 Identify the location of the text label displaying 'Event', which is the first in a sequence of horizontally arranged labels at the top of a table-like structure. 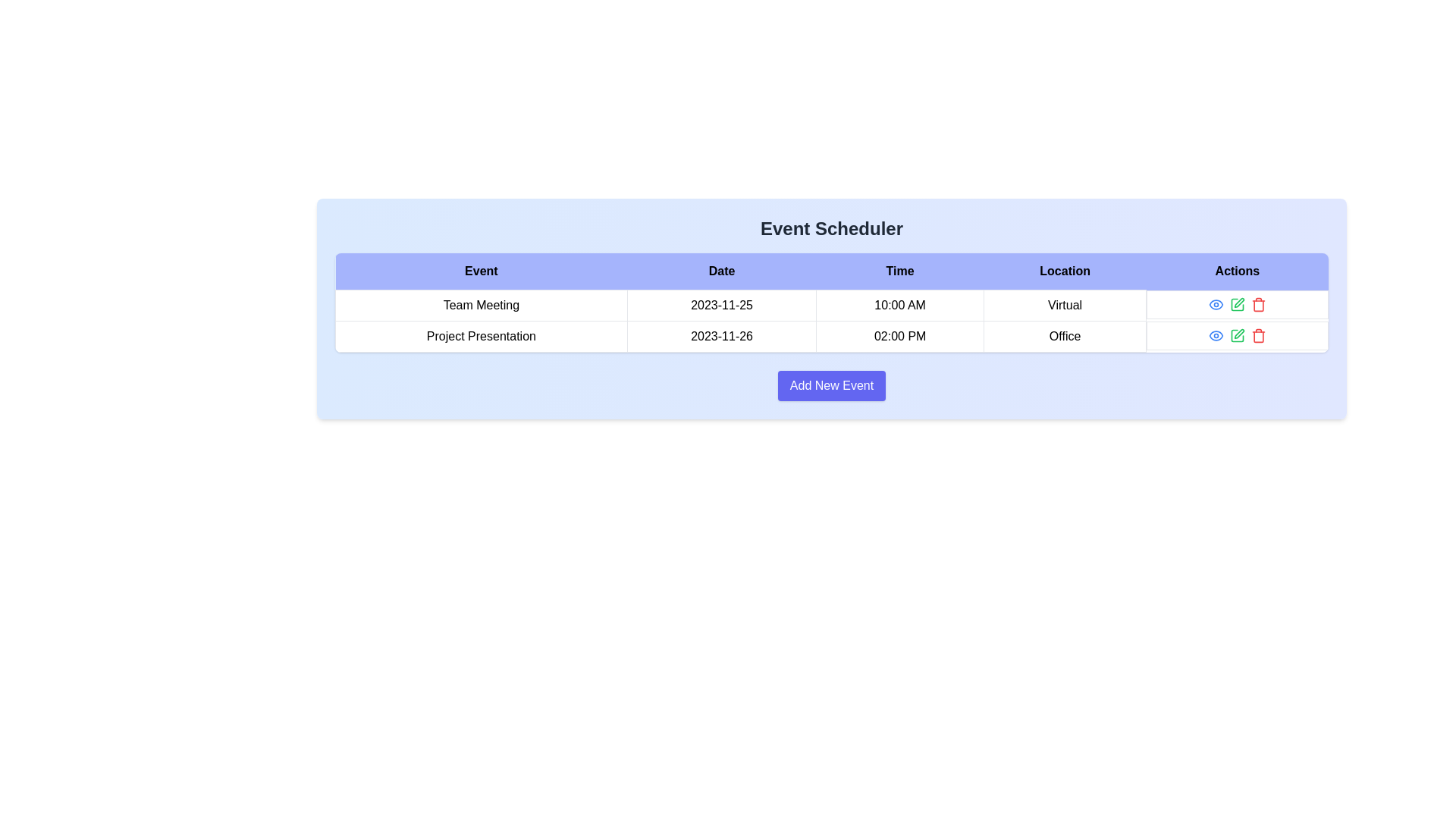
(480, 271).